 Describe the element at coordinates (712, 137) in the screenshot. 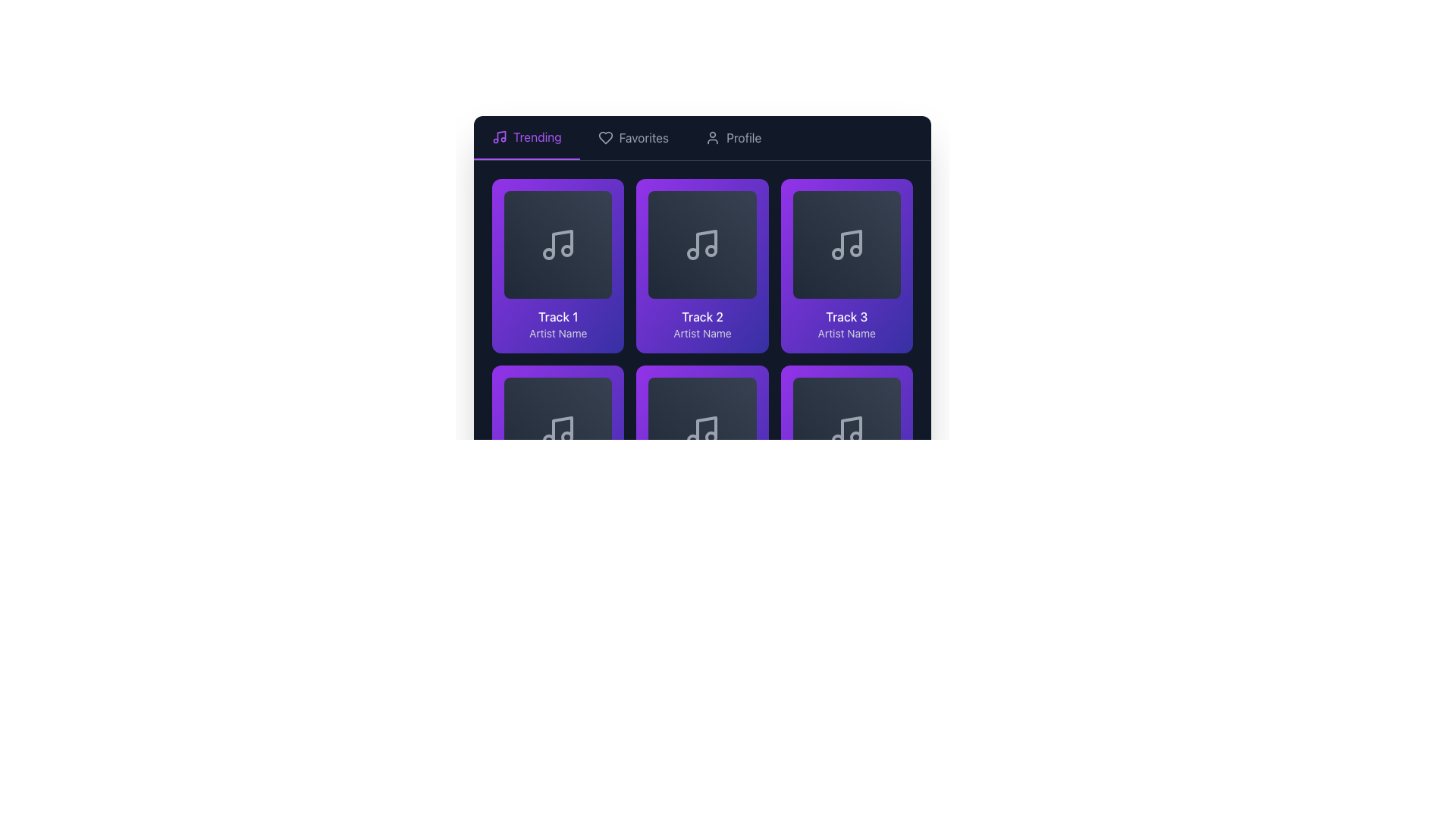

I see `the user icon, which is a simple outline style human figure with a circular head and torso, located in the top navigation bar between the 'Favorites' option and the 'Profile' text label` at that location.